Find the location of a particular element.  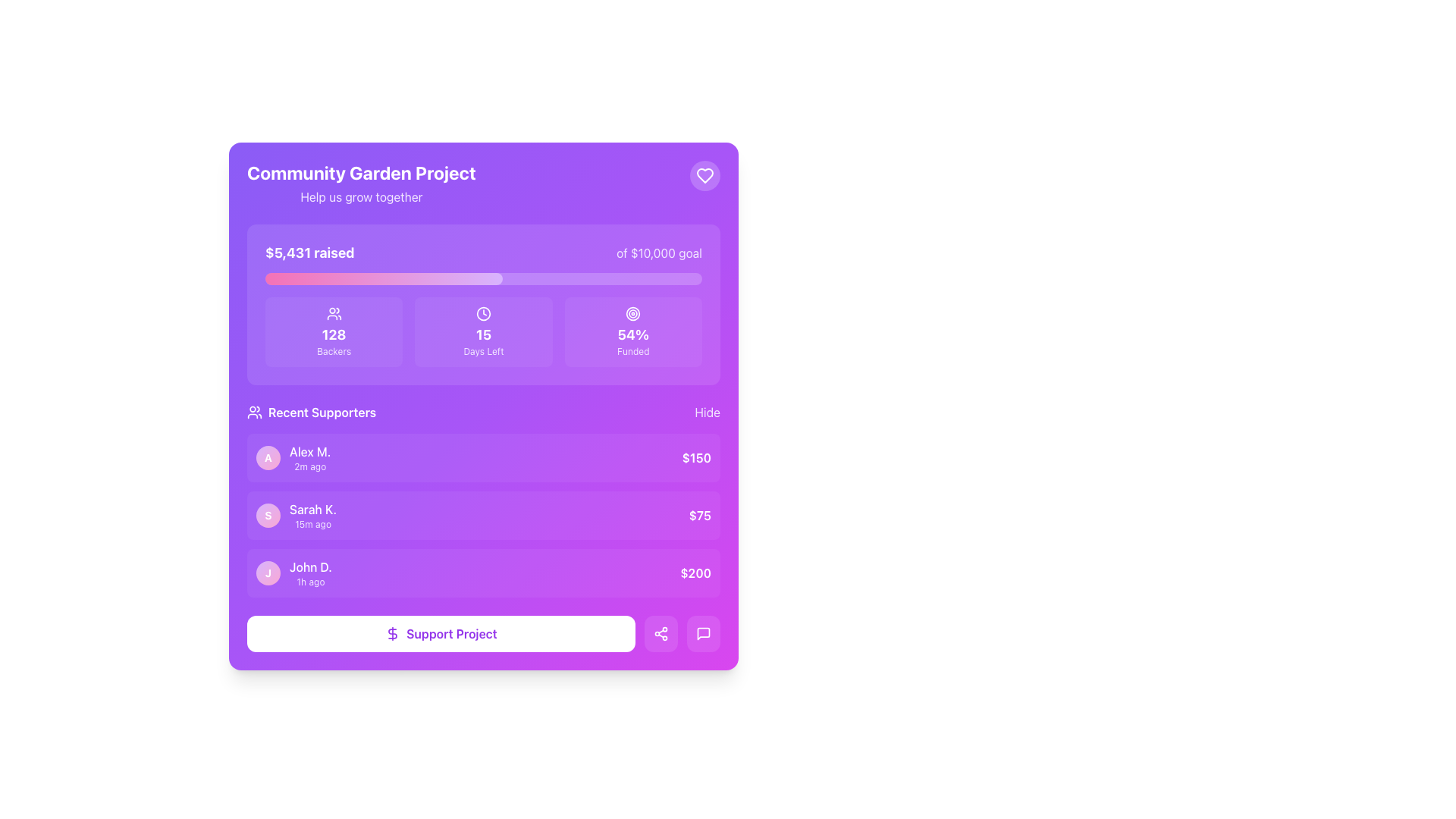

the Decorative icon, which is a circular icon with concentric circles resembling a target symbol, styled in white against a purple background, positioned above the text '54% Funded' is located at coordinates (633, 312).